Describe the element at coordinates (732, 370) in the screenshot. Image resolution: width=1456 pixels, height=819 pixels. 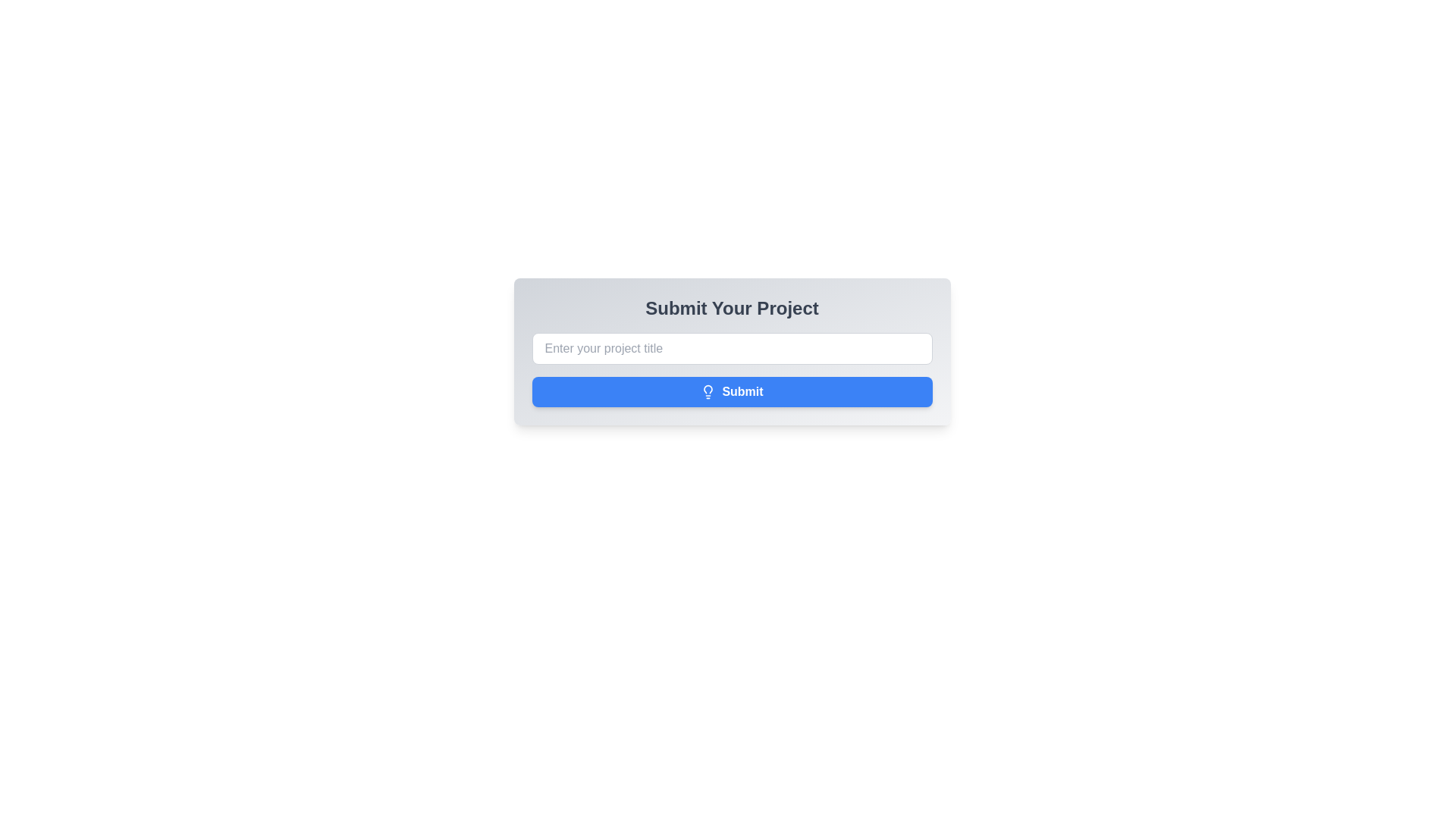
I see `the blue 'Submit' button located beneath the text input field in the 'Submit Your Project' prompt` at that location.